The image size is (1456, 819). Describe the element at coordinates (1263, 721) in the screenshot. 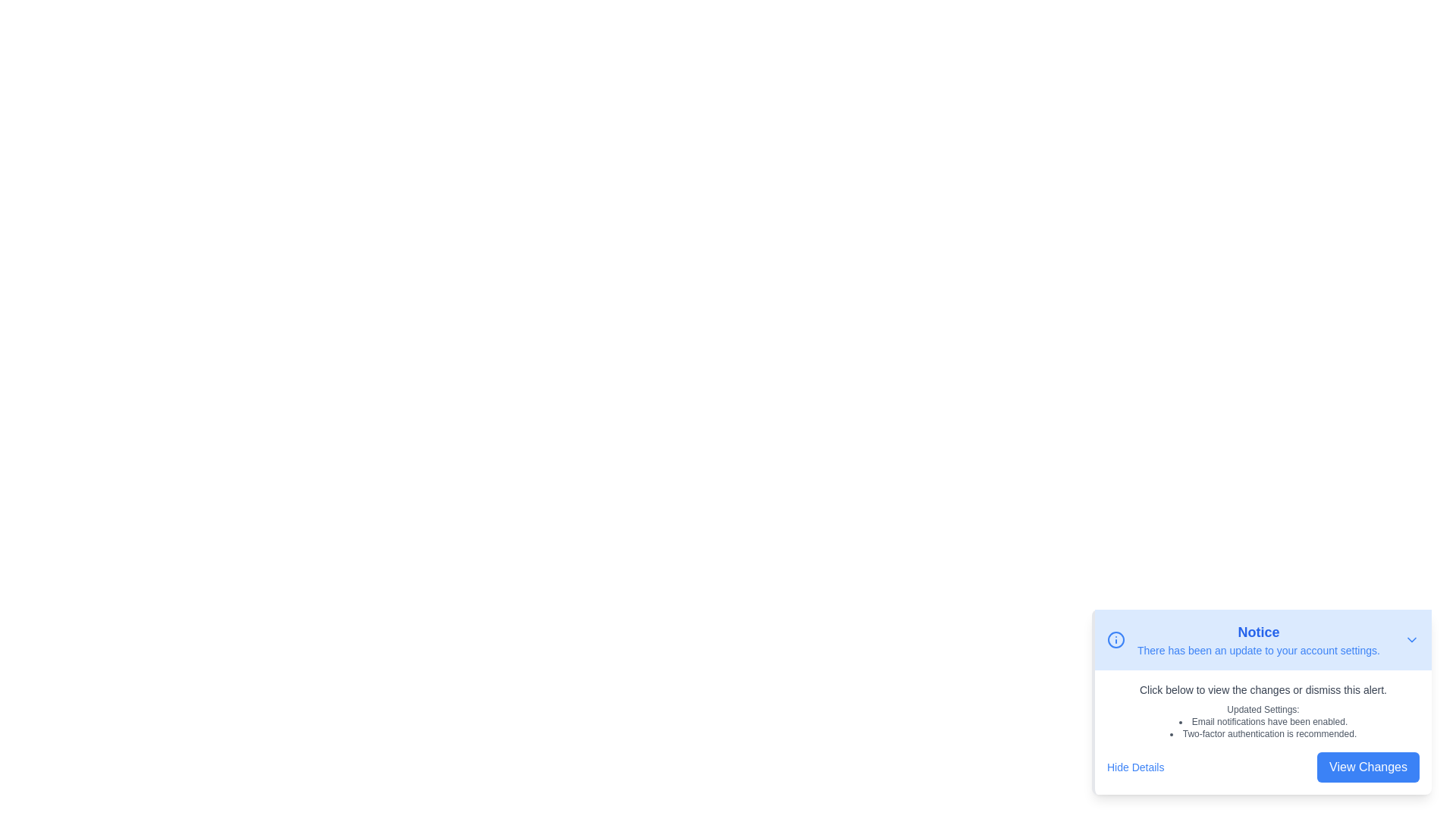

I see `the Text block that informs users about updates to their account settings, located below the alert text and above the 'Hide Details' and 'View Changes' buttons` at that location.